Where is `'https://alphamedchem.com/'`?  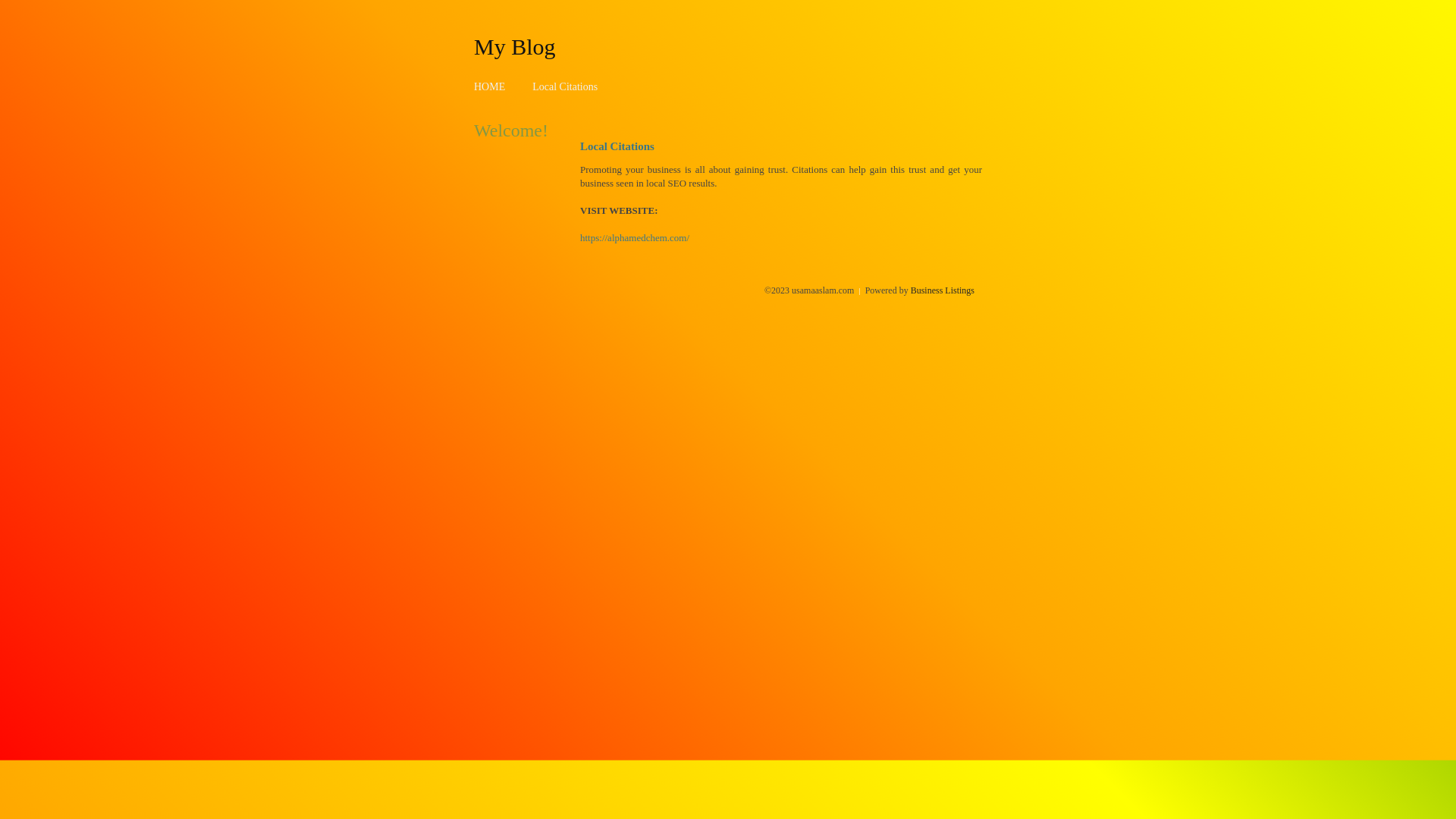
'https://alphamedchem.com/' is located at coordinates (634, 237).